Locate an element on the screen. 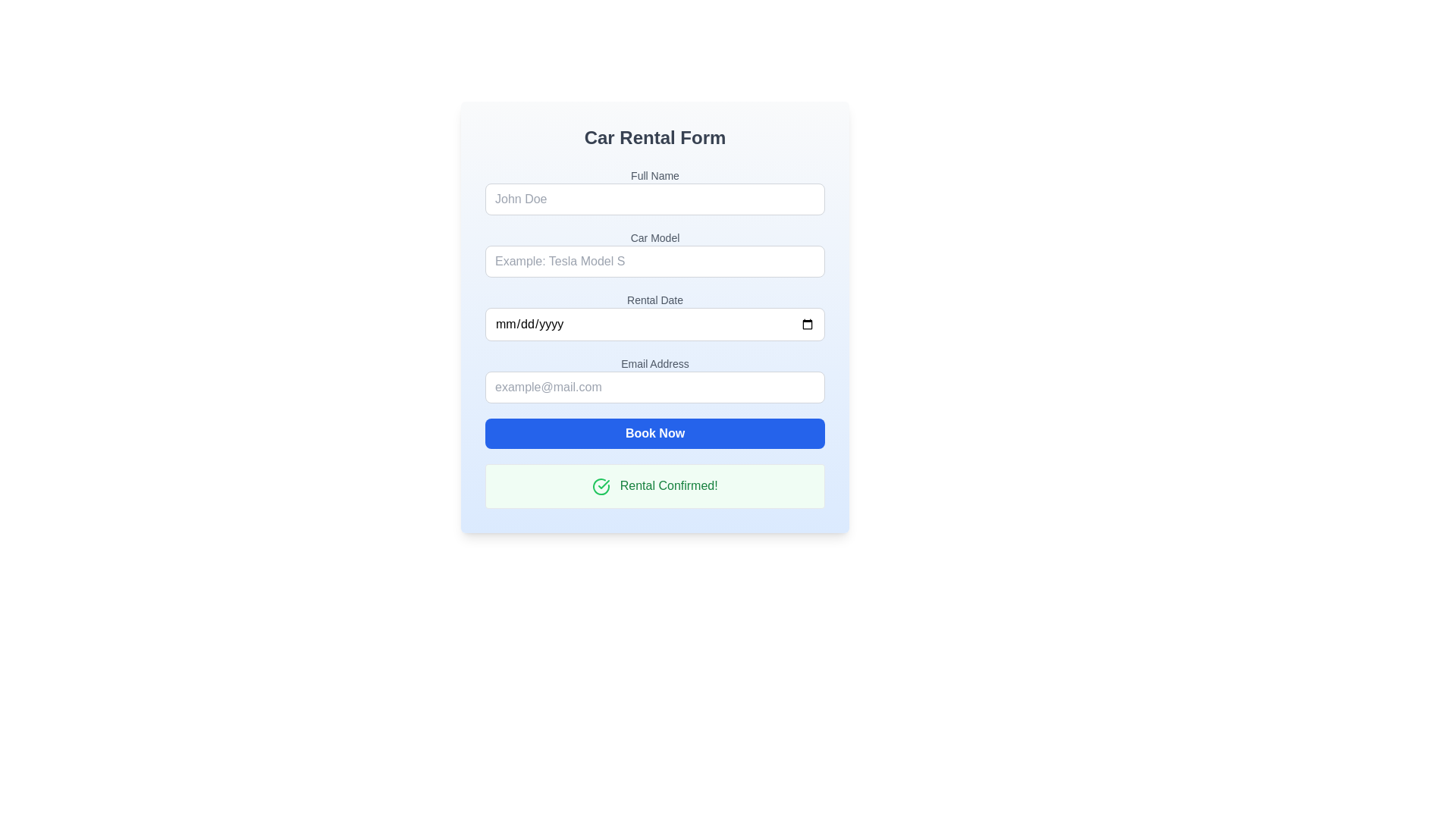  the confirmation icon that visually indicates the successful confirmation of an action, located above the text 'Rental Confirmed!' in the green confirmation message banner is located at coordinates (601, 486).